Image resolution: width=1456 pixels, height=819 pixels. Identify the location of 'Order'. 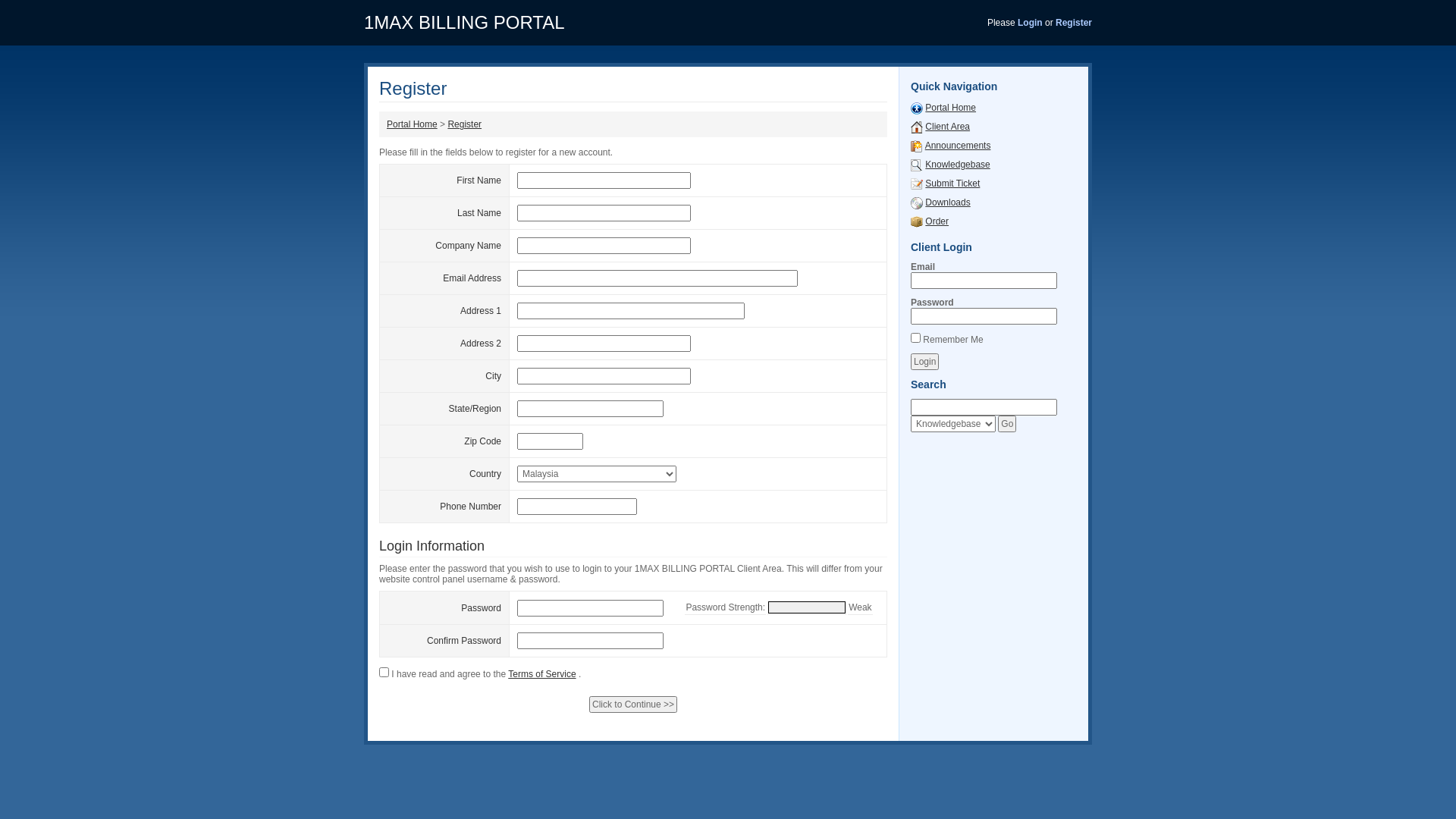
(936, 221).